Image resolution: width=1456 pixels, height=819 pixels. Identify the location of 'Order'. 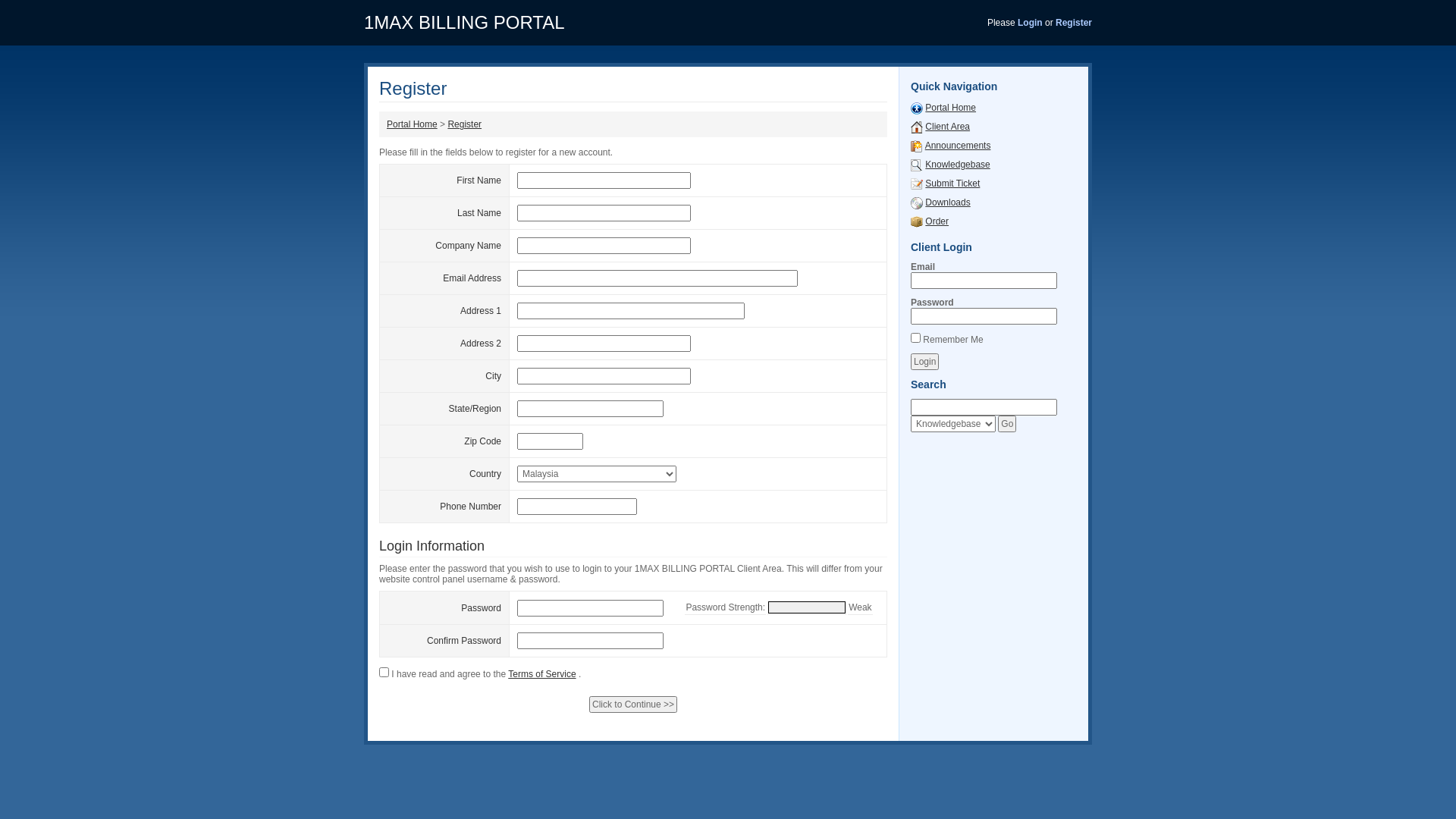
(936, 221).